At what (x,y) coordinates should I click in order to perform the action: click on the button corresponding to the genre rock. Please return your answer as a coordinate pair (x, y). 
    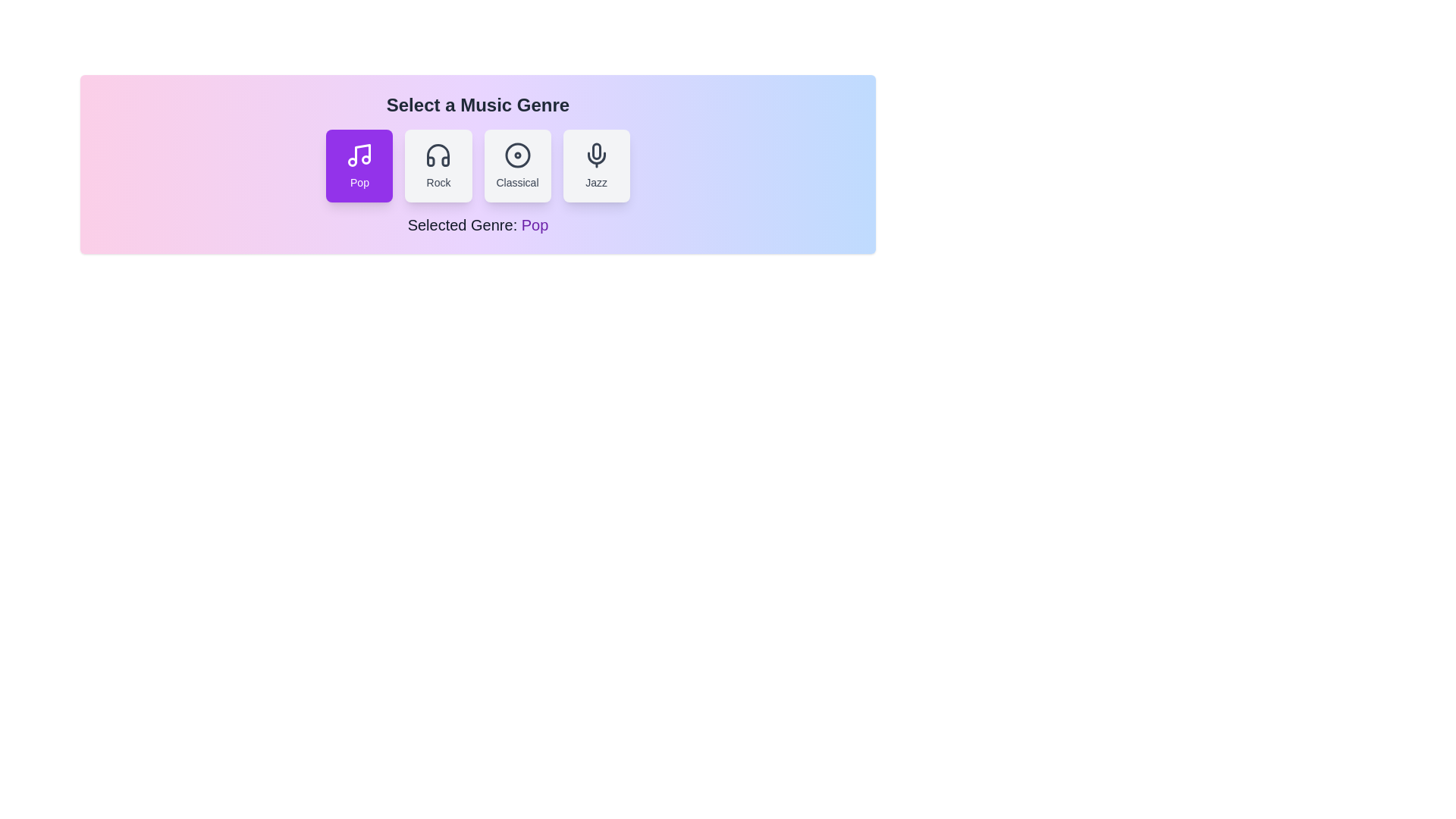
    Looking at the image, I should click on (438, 166).